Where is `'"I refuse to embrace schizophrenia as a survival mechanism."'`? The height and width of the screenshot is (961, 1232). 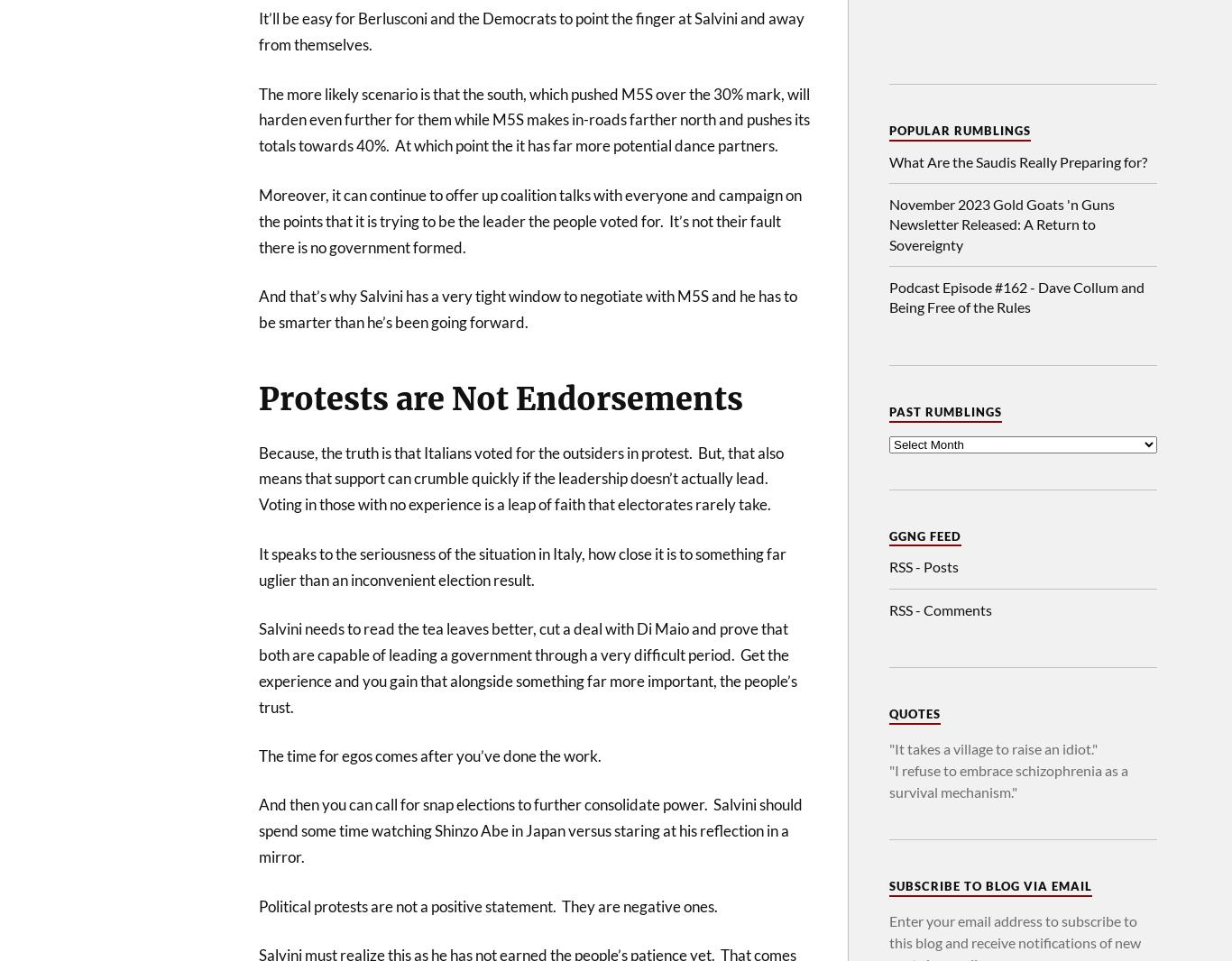 '"I refuse to embrace schizophrenia as a survival mechanism."' is located at coordinates (1007, 781).